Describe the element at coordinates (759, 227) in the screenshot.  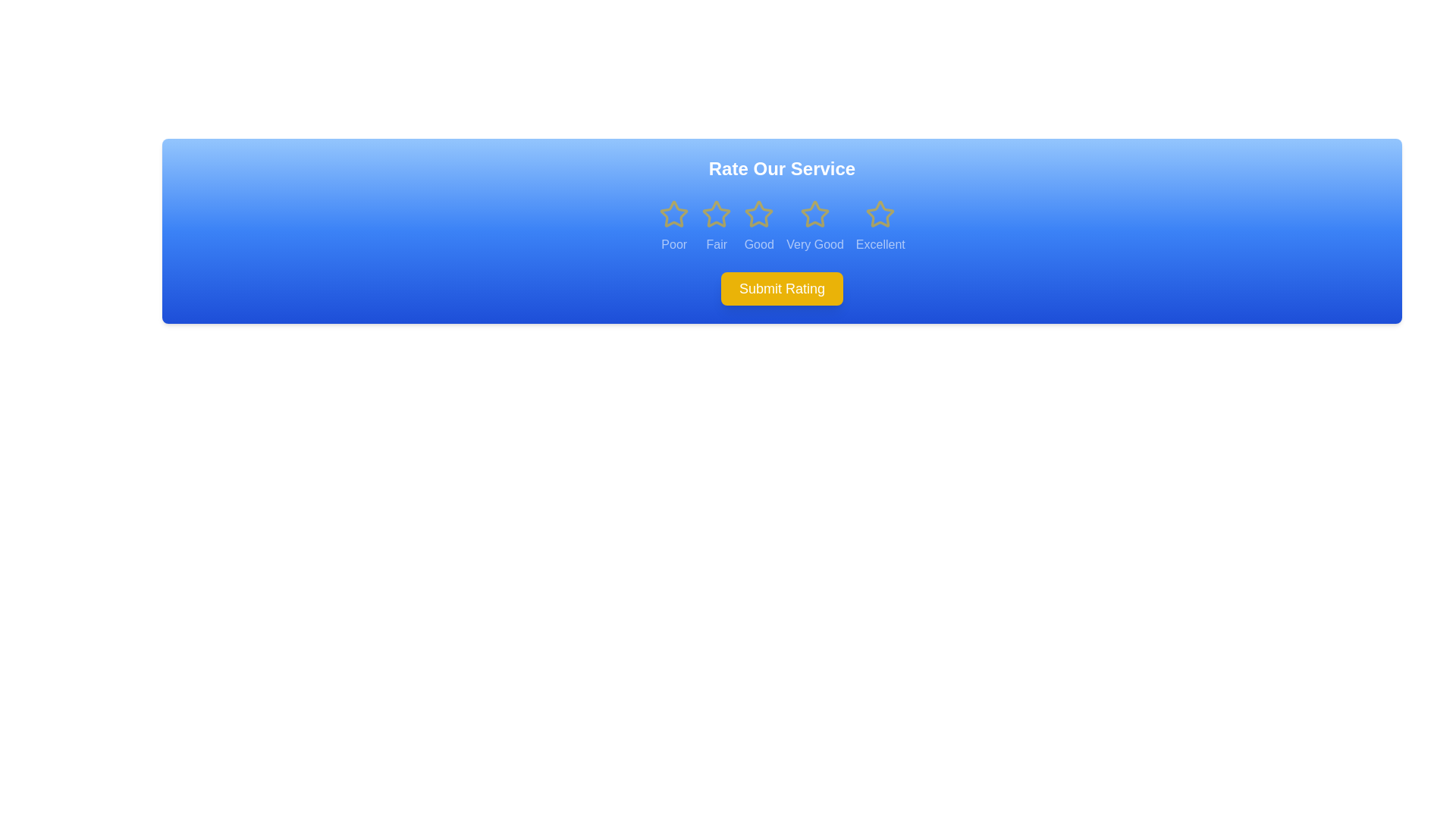
I see `the third rating option labeled 'Good'` at that location.